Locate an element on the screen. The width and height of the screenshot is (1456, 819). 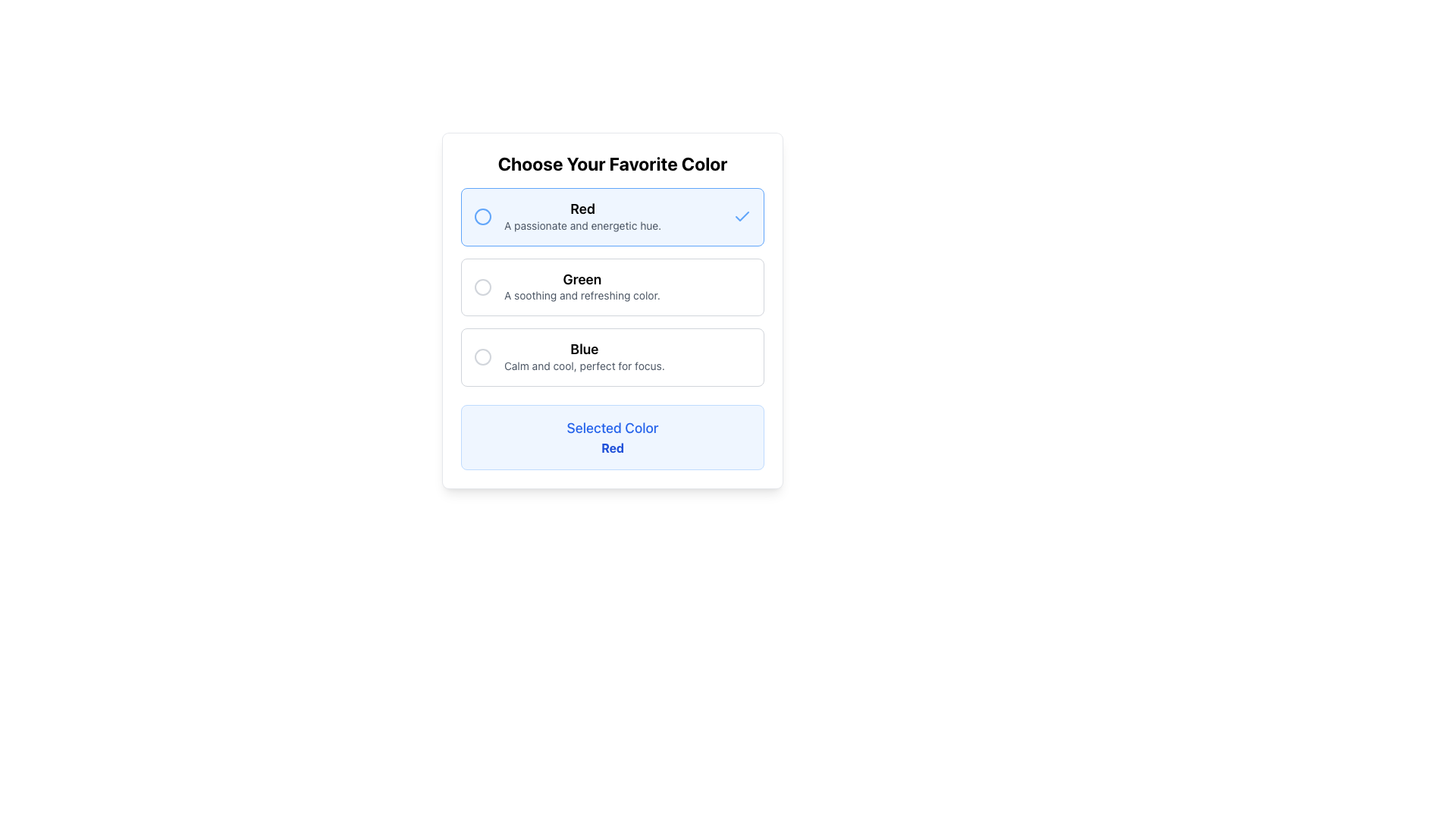
the 'Green' selectable list item, which is the second option in the selection list under the header 'Choose Your Favorite Color' is located at coordinates (612, 287).